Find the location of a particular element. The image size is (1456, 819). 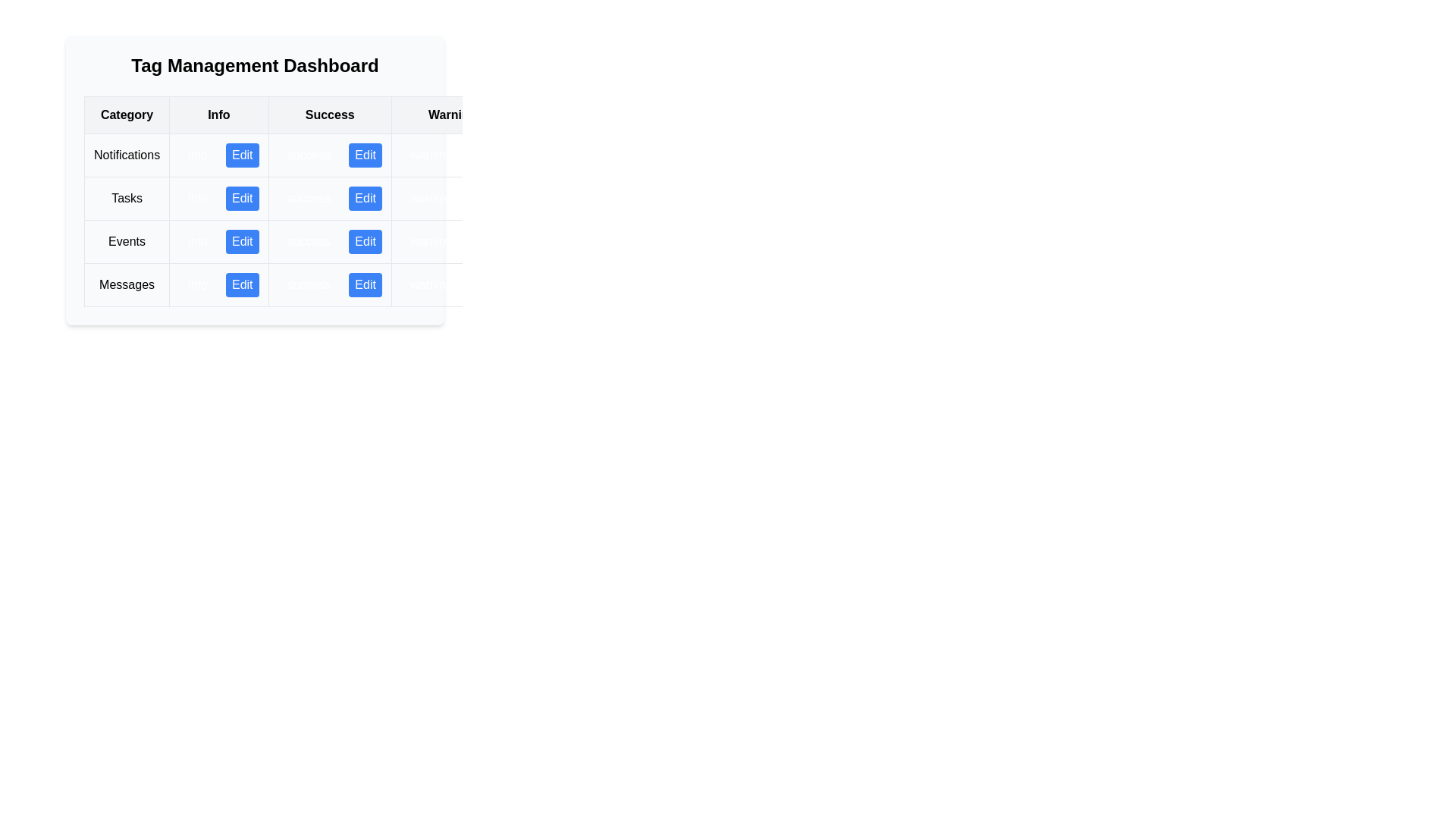

the static label identifying the category 'Notifications' in the first column of the table under the header 'Category' is located at coordinates (127, 155).